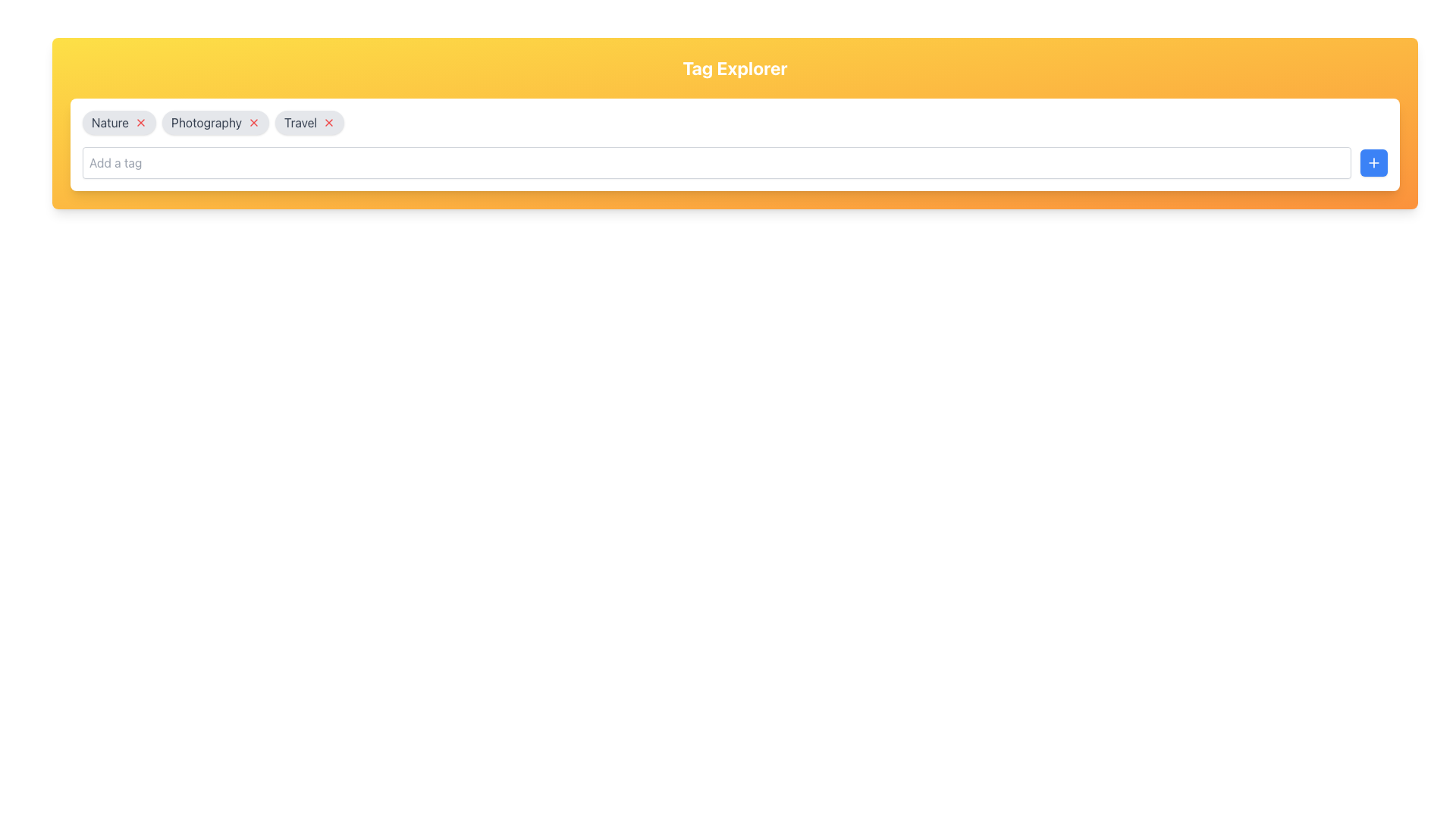 Image resolution: width=1456 pixels, height=819 pixels. Describe the element at coordinates (300, 122) in the screenshot. I see `the 'Travel' text label displayed in a light gray rounded rectangular badge, positioned third among three tags in the tag selector interface` at that location.